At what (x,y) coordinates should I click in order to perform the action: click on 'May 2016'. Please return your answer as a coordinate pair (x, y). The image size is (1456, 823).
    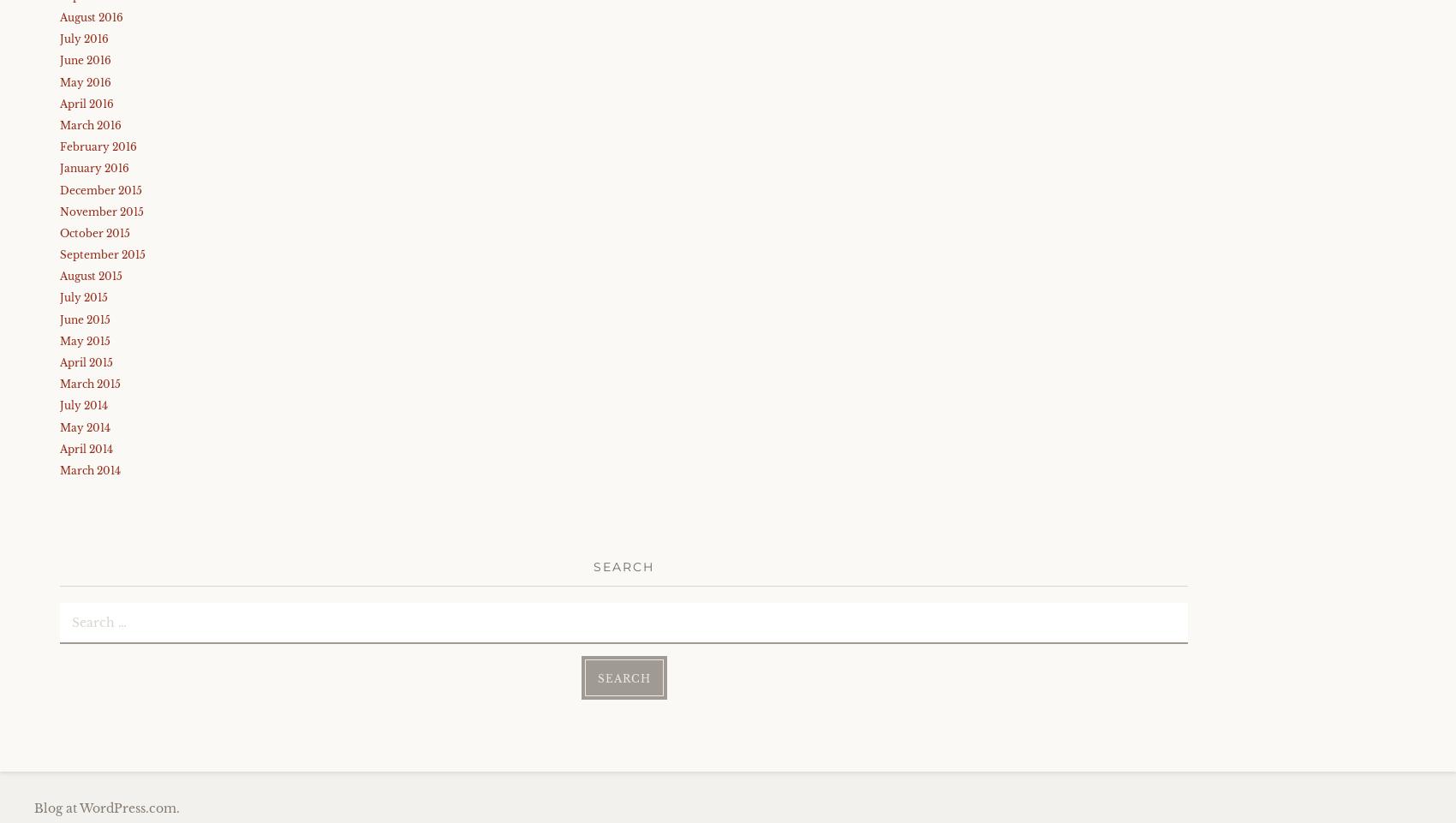
    Looking at the image, I should click on (85, 81).